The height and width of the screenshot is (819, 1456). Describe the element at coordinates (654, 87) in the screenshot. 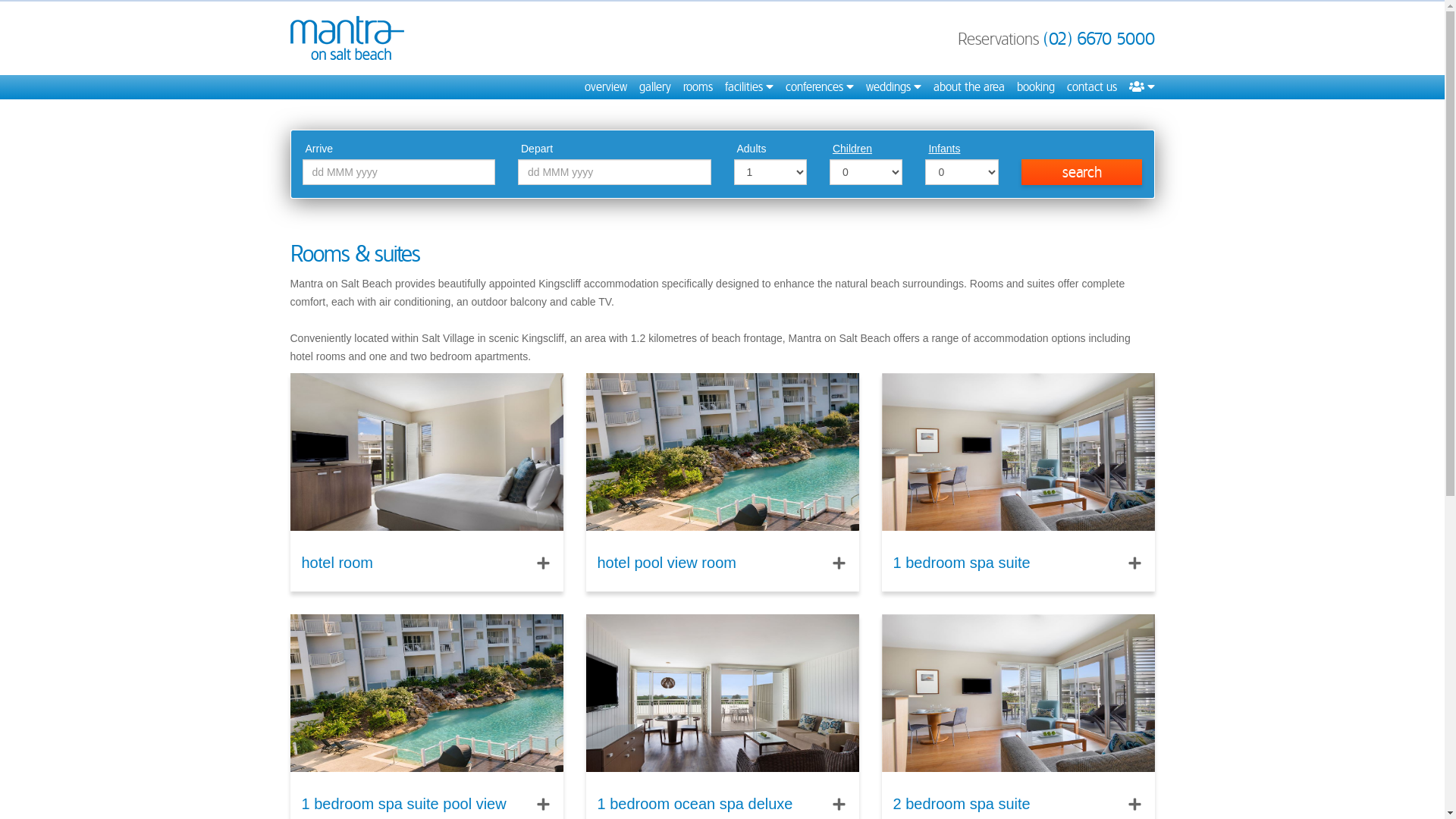

I see `'gallery'` at that location.